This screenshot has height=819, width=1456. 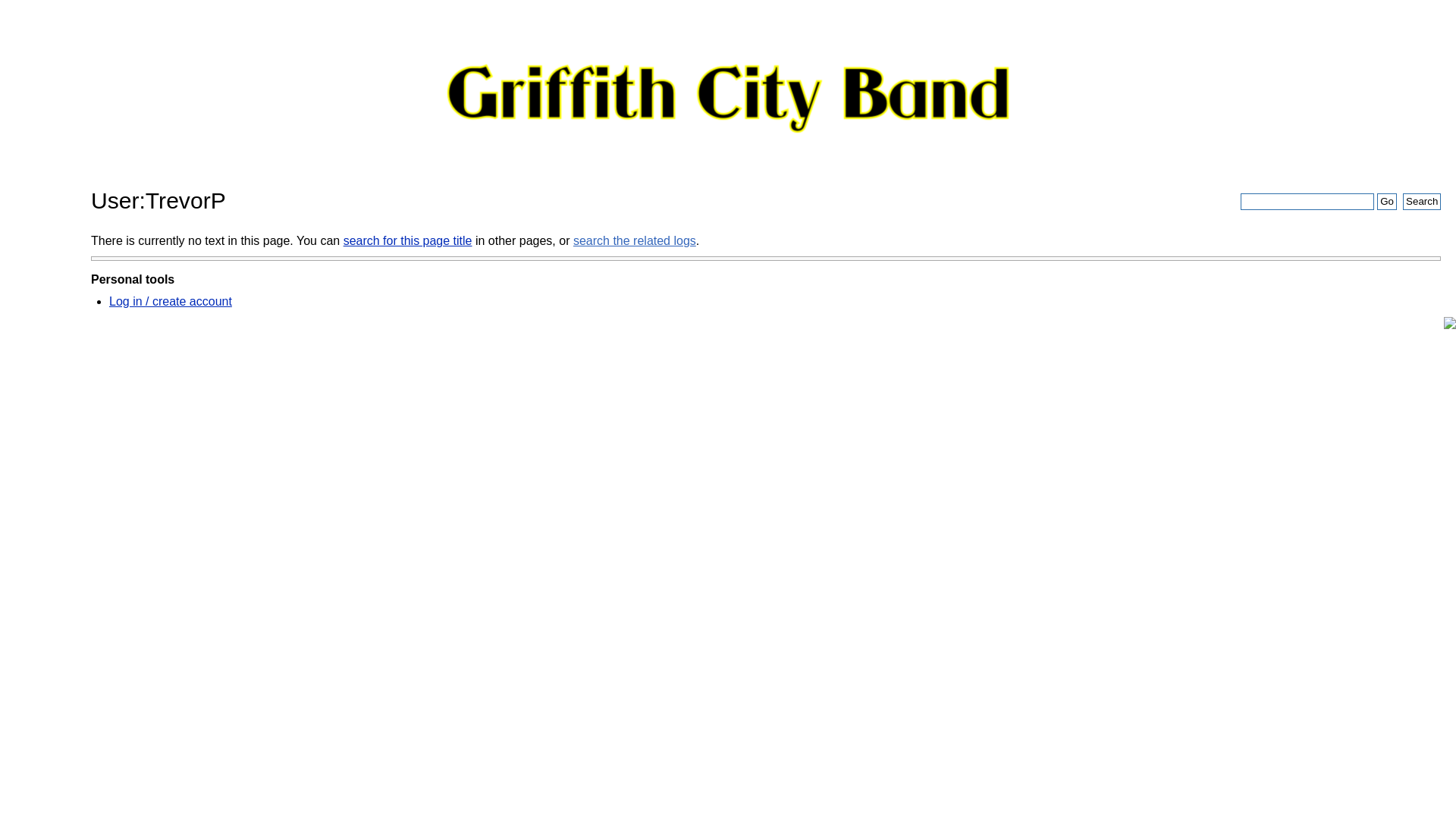 I want to click on 'Go to a page with this exact name if exists', so click(x=1386, y=201).